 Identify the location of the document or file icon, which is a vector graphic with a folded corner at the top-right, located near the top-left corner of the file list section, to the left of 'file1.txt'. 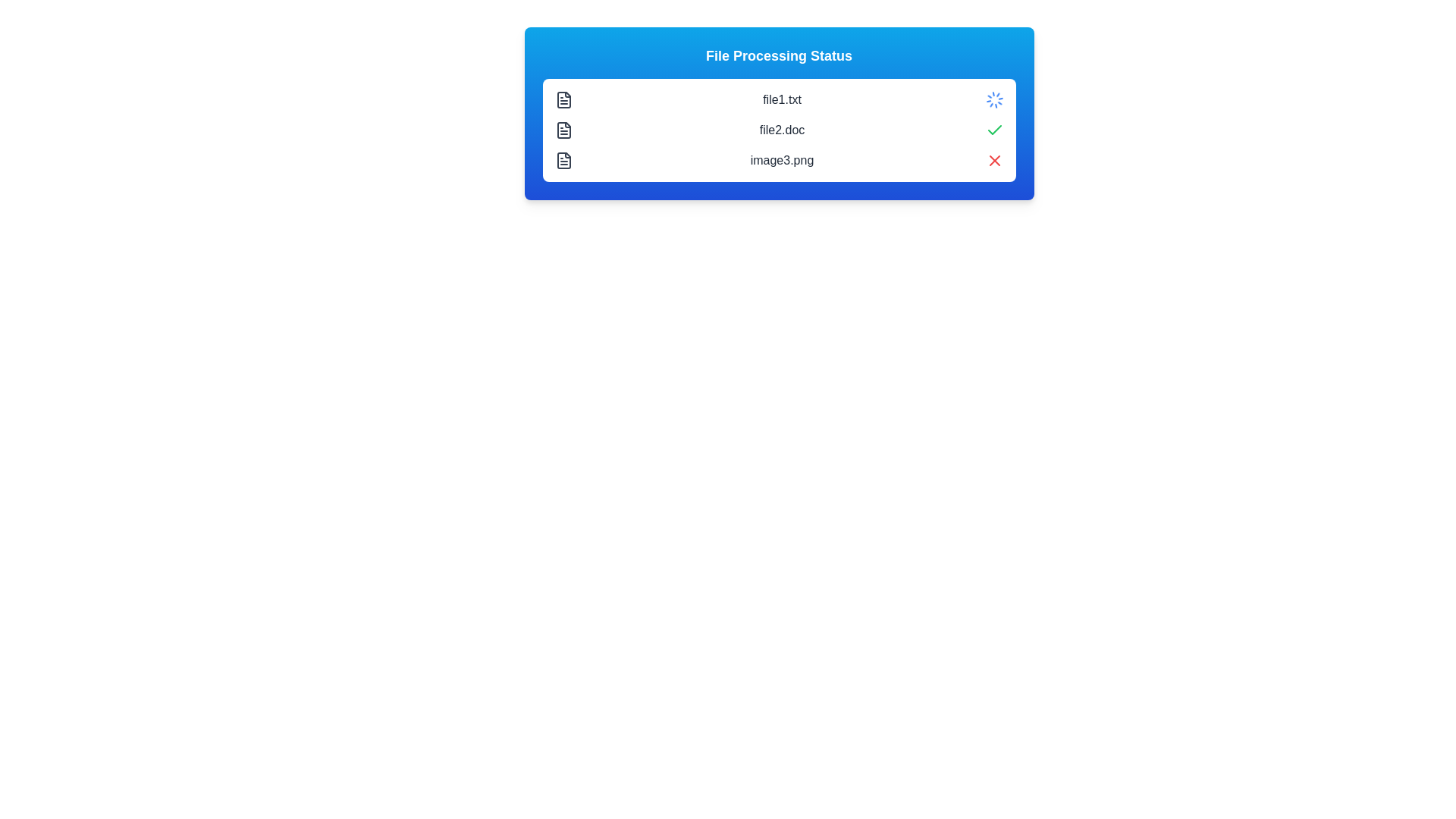
(563, 99).